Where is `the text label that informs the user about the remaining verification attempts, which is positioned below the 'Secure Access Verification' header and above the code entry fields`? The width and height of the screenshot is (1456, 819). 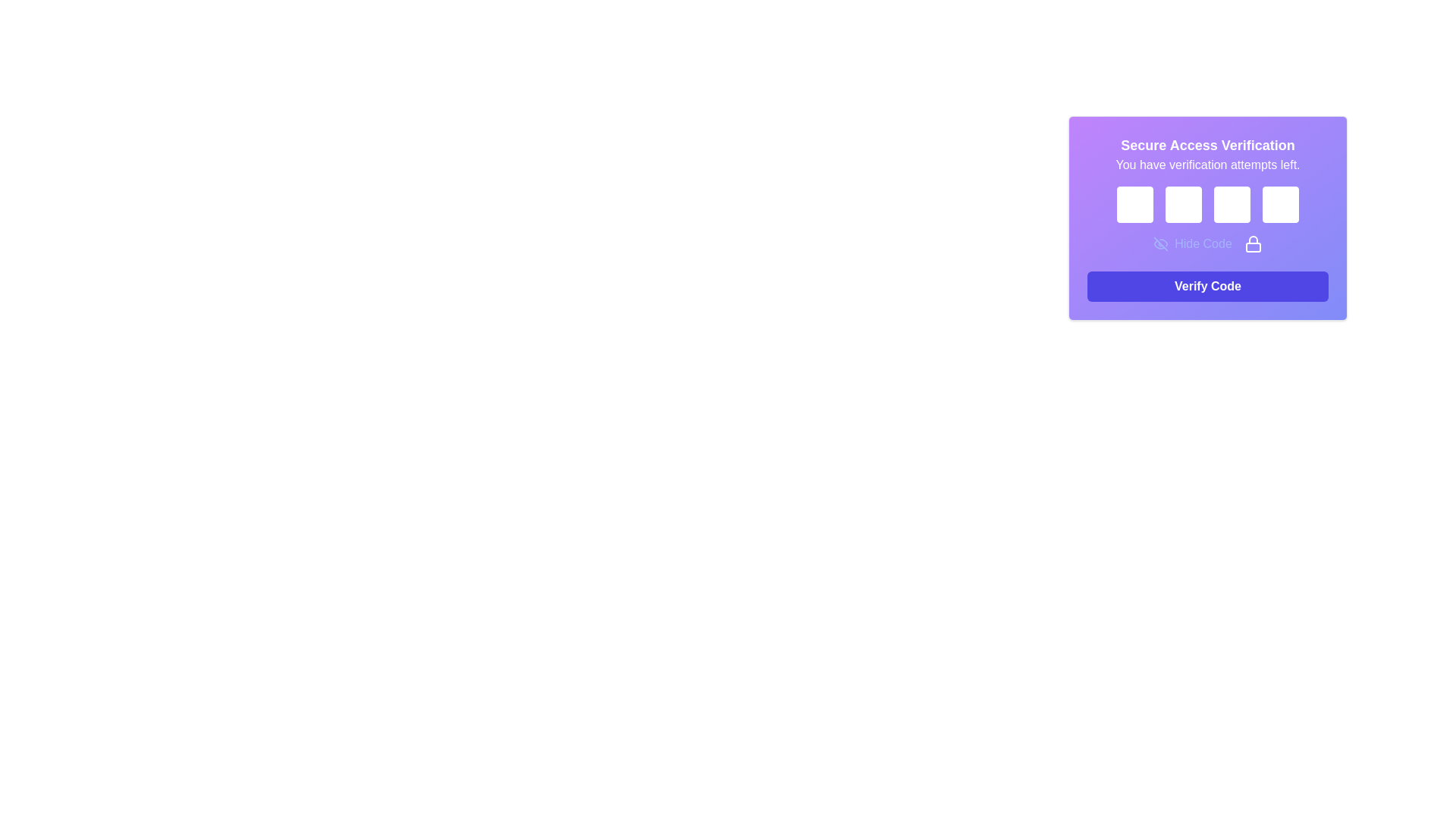
the text label that informs the user about the remaining verification attempts, which is positioned below the 'Secure Access Verification' header and above the code entry fields is located at coordinates (1207, 165).